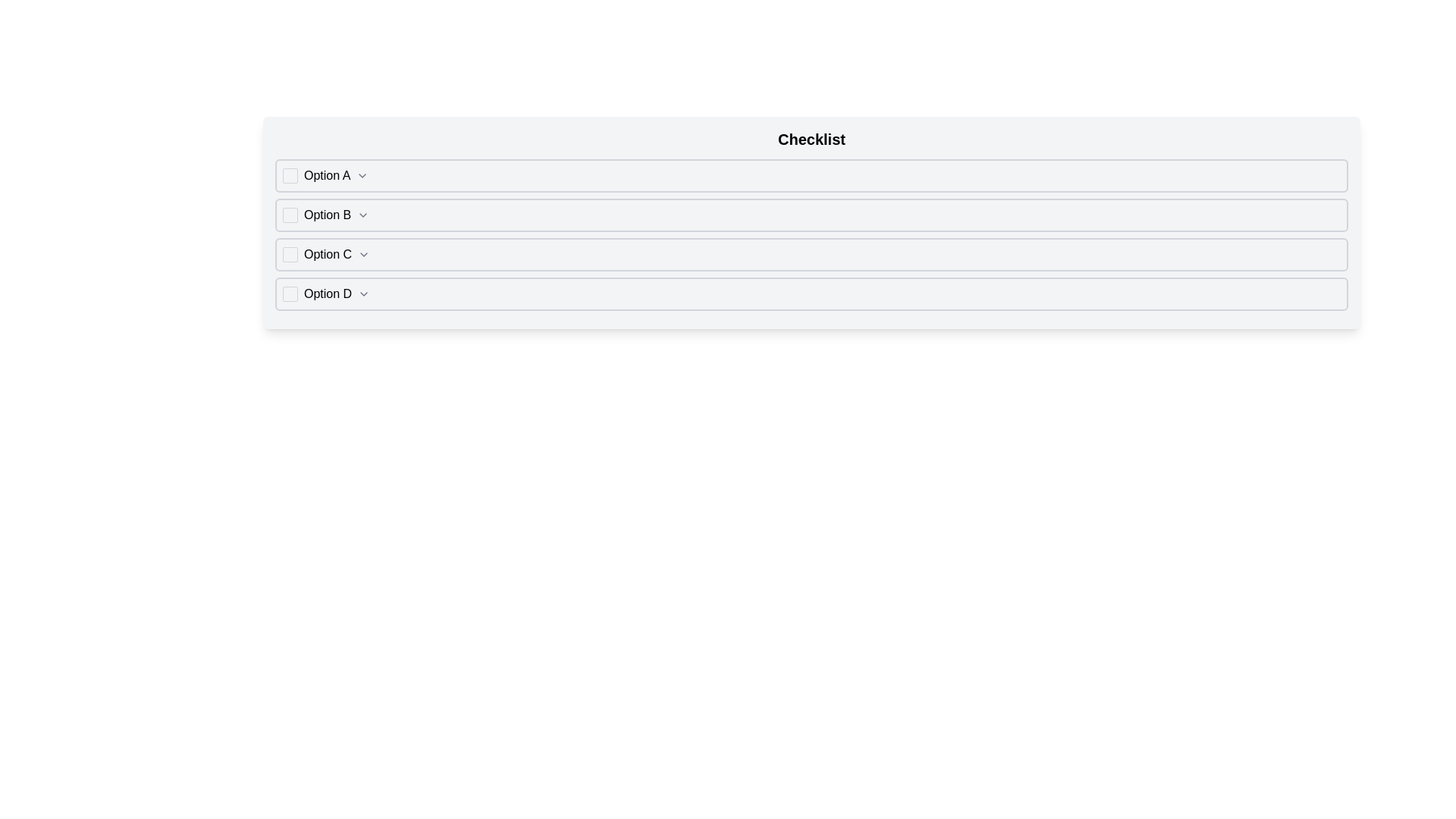  Describe the element at coordinates (364, 294) in the screenshot. I see `the dropdown toggle icon located at the far right of the 'Option D' row` at that location.